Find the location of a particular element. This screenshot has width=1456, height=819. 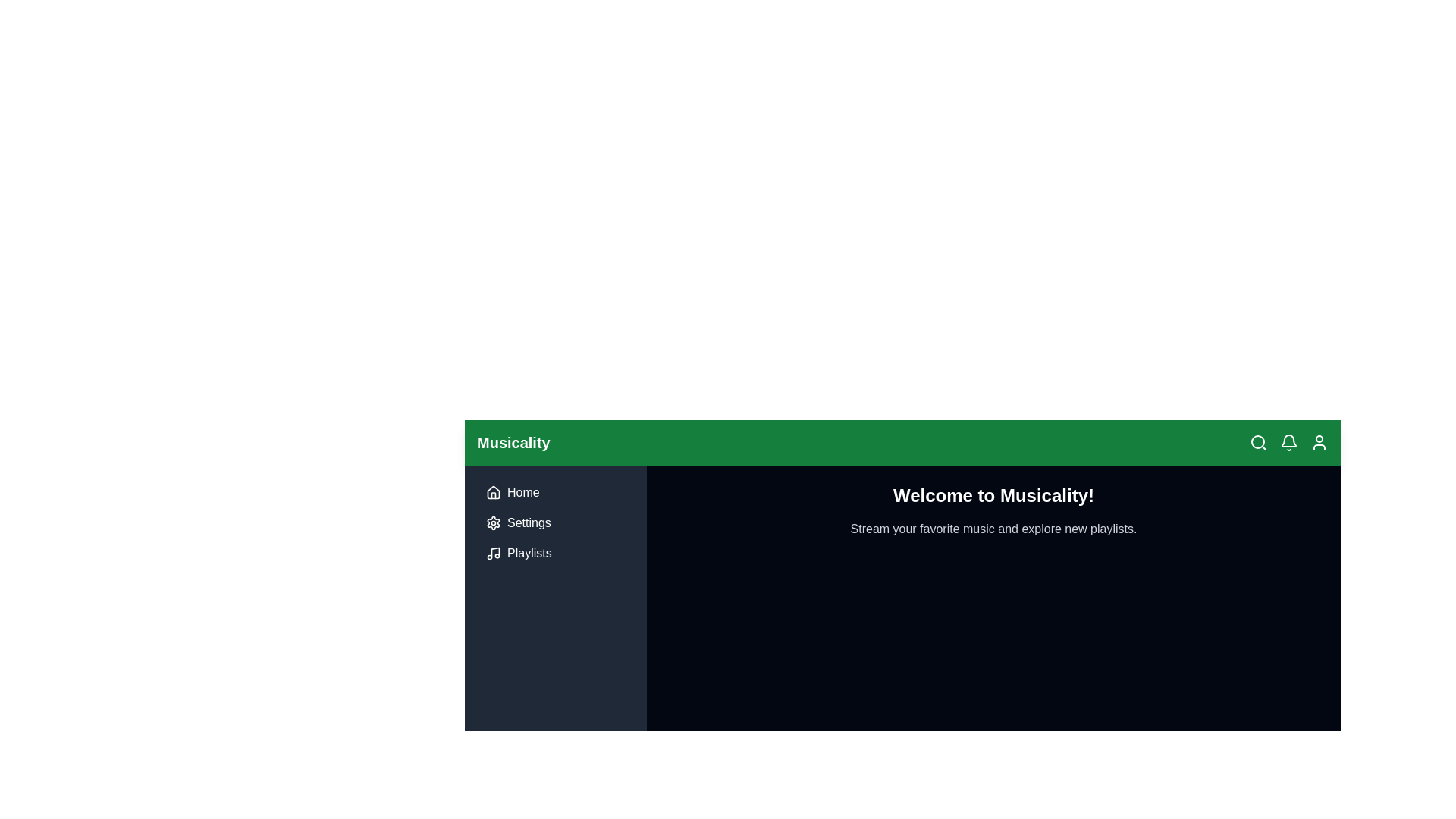

the text label displaying 'Musicality' which is located in the green header bar on the upper left portion of the interface is located at coordinates (513, 442).